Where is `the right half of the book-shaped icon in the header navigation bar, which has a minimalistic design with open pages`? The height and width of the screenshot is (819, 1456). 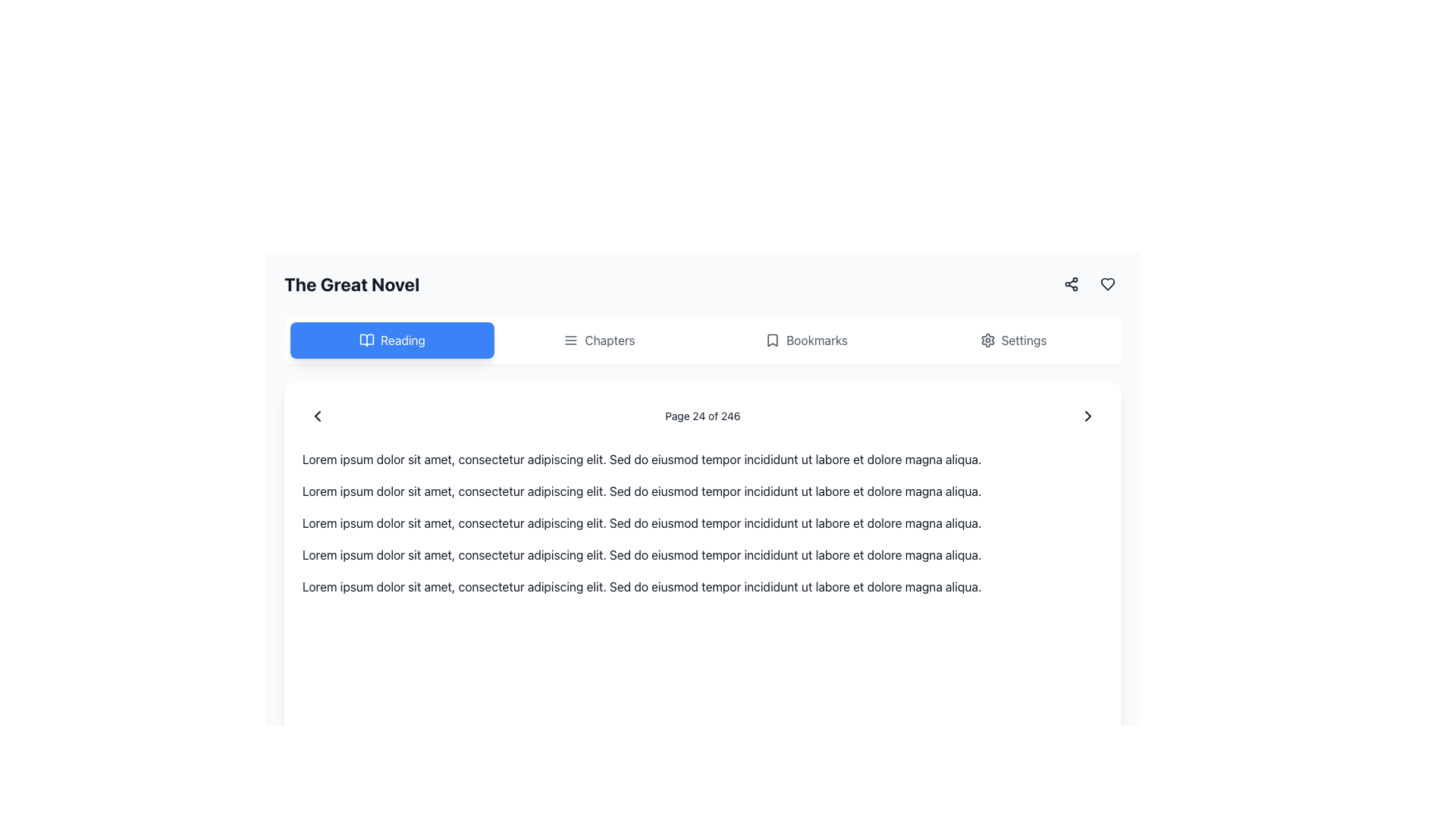 the right half of the book-shaped icon in the header navigation bar, which has a minimalistic design with open pages is located at coordinates (367, 339).